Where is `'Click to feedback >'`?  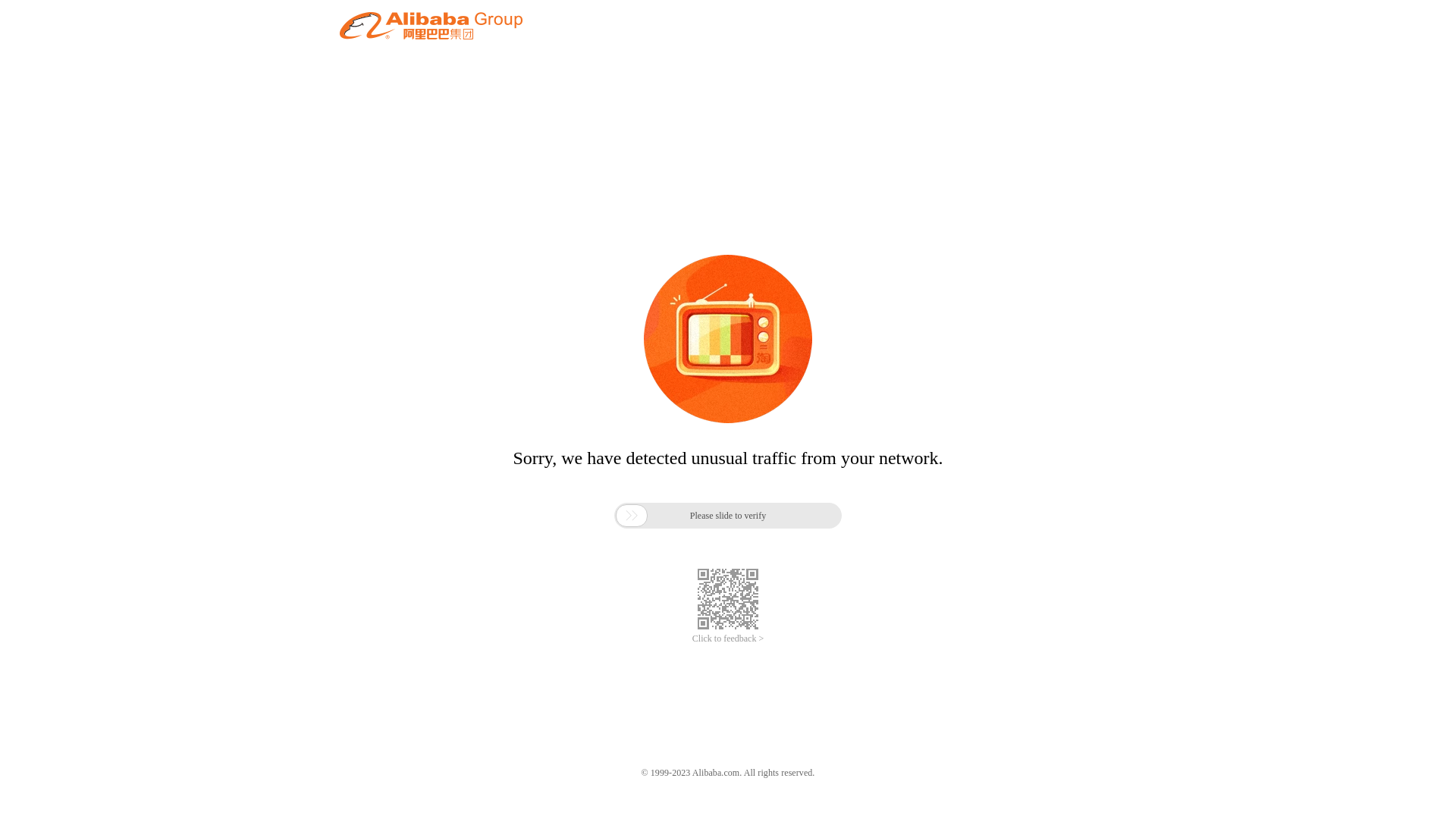 'Click to feedback >' is located at coordinates (728, 639).